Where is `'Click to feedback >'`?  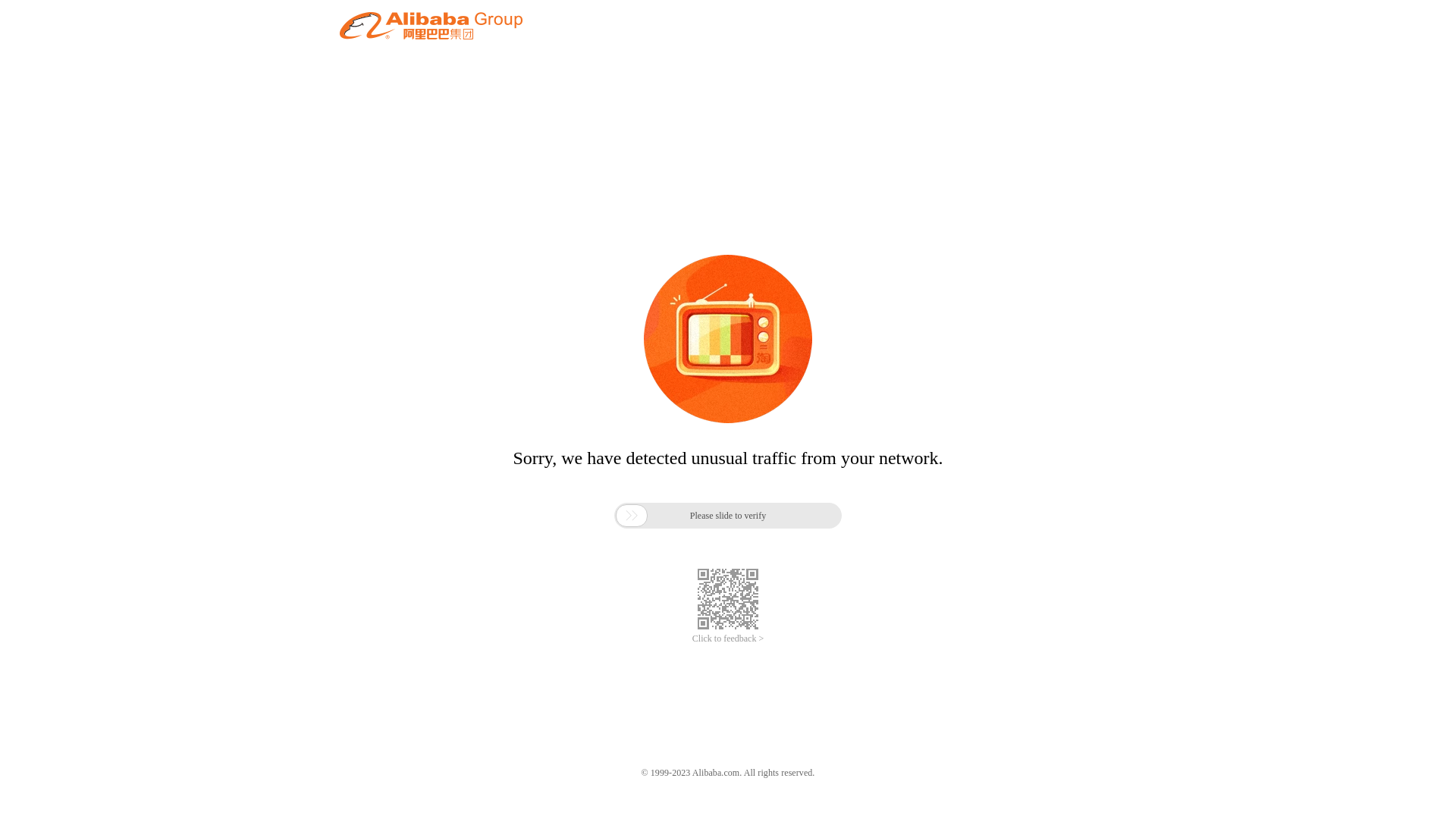 'Click to feedback >' is located at coordinates (728, 639).